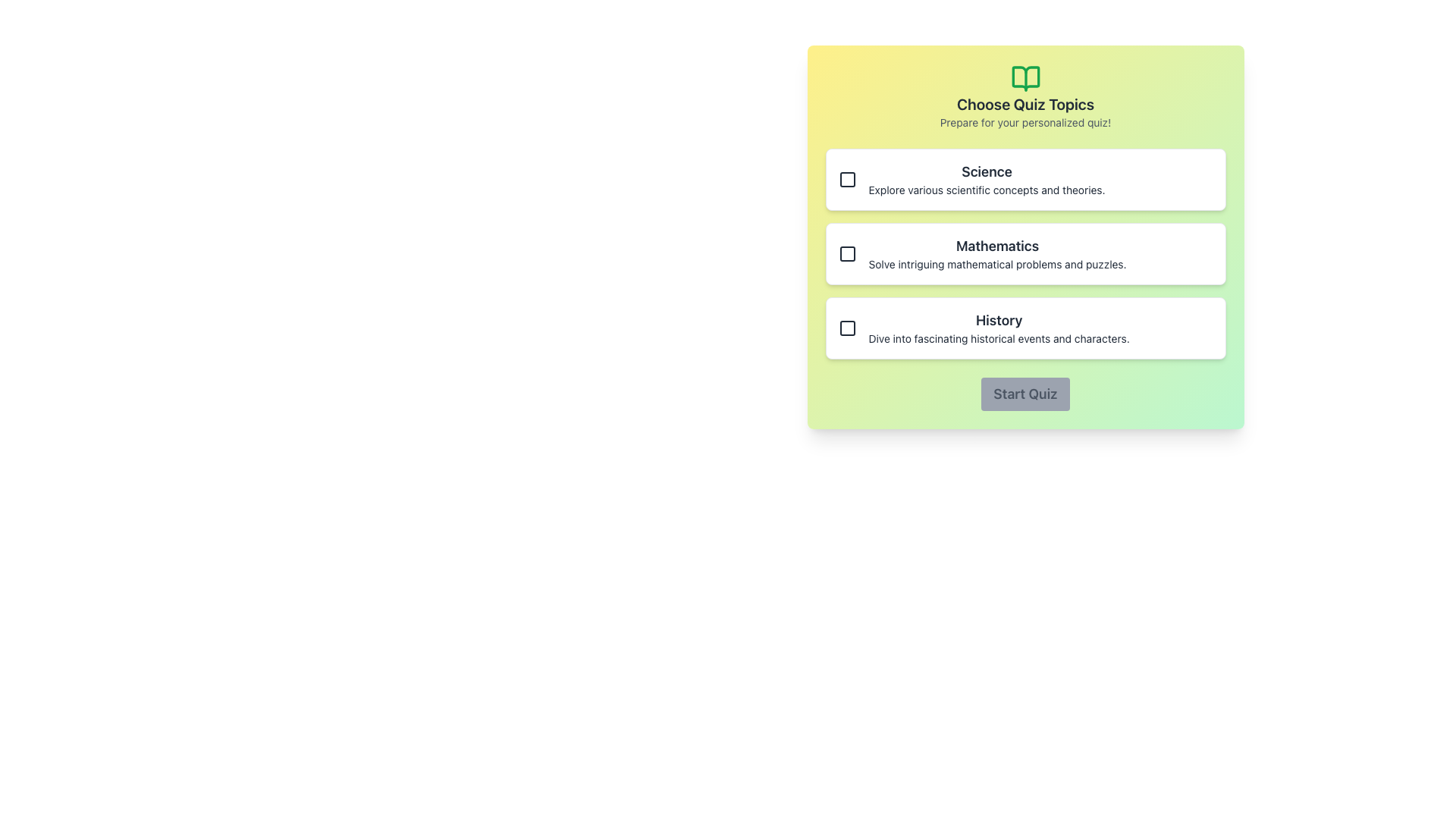 This screenshot has width=1456, height=819. Describe the element at coordinates (846, 253) in the screenshot. I see `the square UI shape integrated within the checkbox for the 'Mathematics' quiz topic, which is the second item in the vertical list of topic options` at that location.